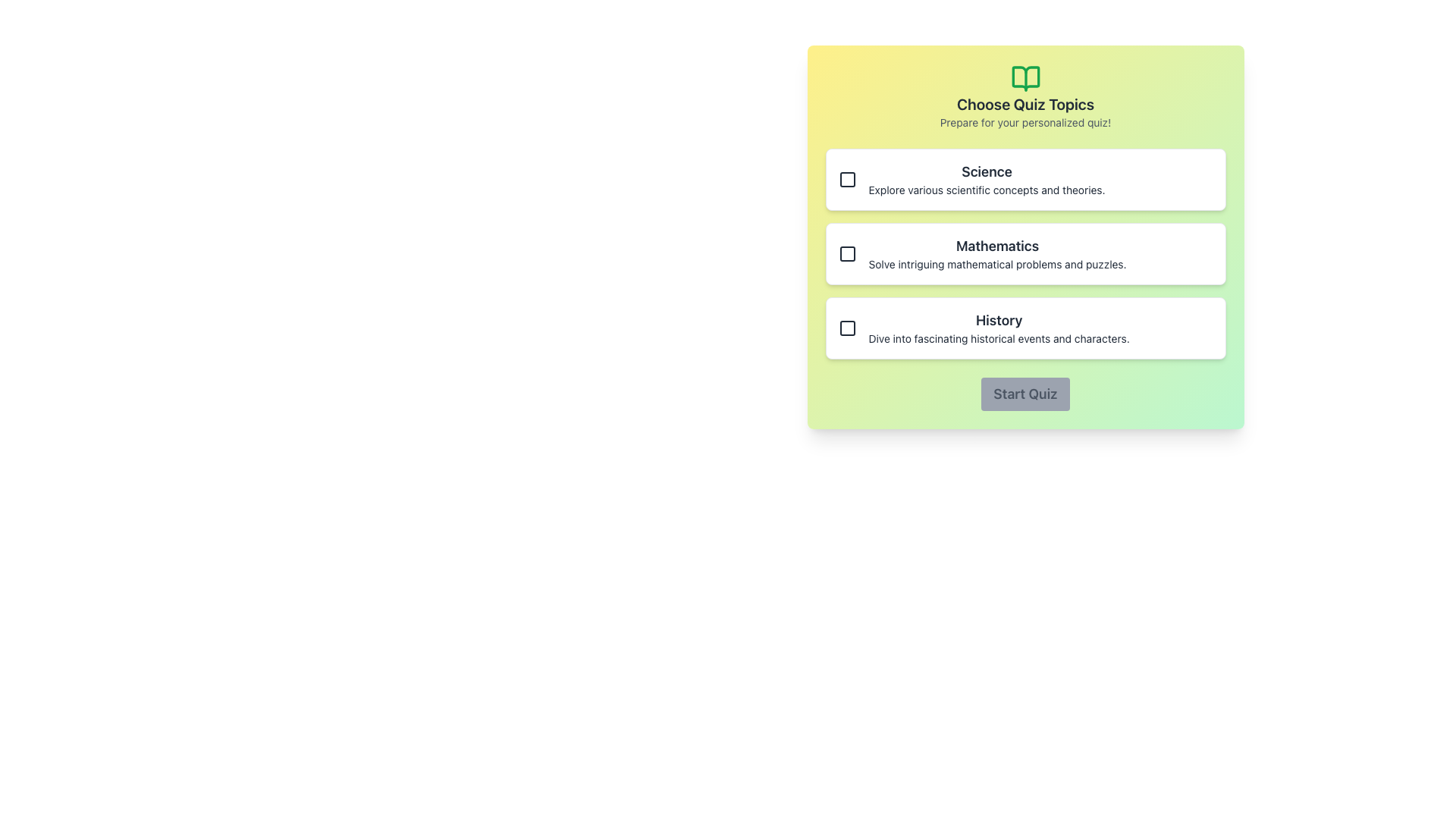 This screenshot has width=1456, height=819. Describe the element at coordinates (846, 253) in the screenshot. I see `the square UI shape integrated within the checkbox for the 'Mathematics' quiz topic, which is the second item in the vertical list of topic options` at that location.